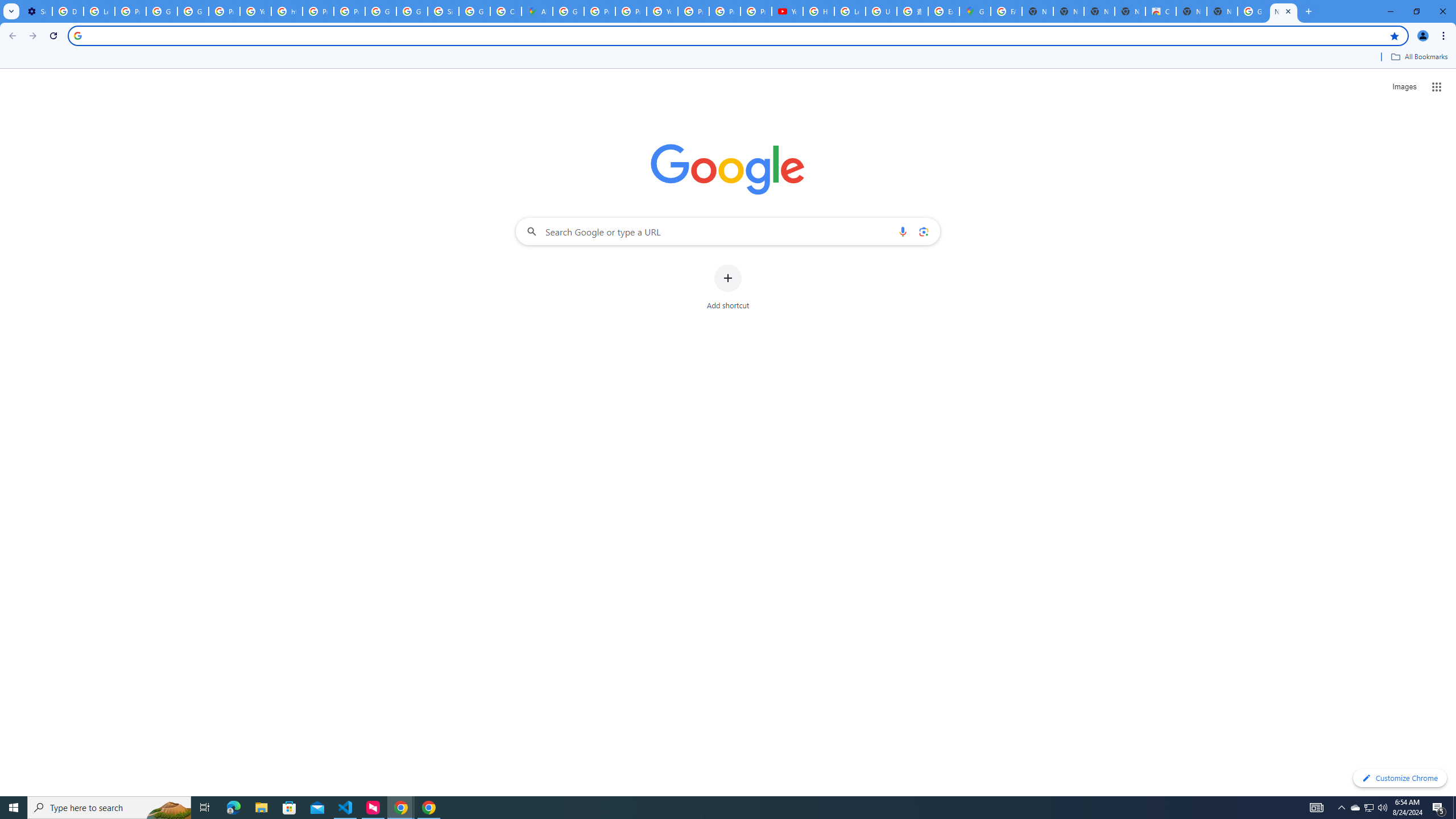  Describe the element at coordinates (1160, 11) in the screenshot. I see `'Chrome Web Store'` at that location.